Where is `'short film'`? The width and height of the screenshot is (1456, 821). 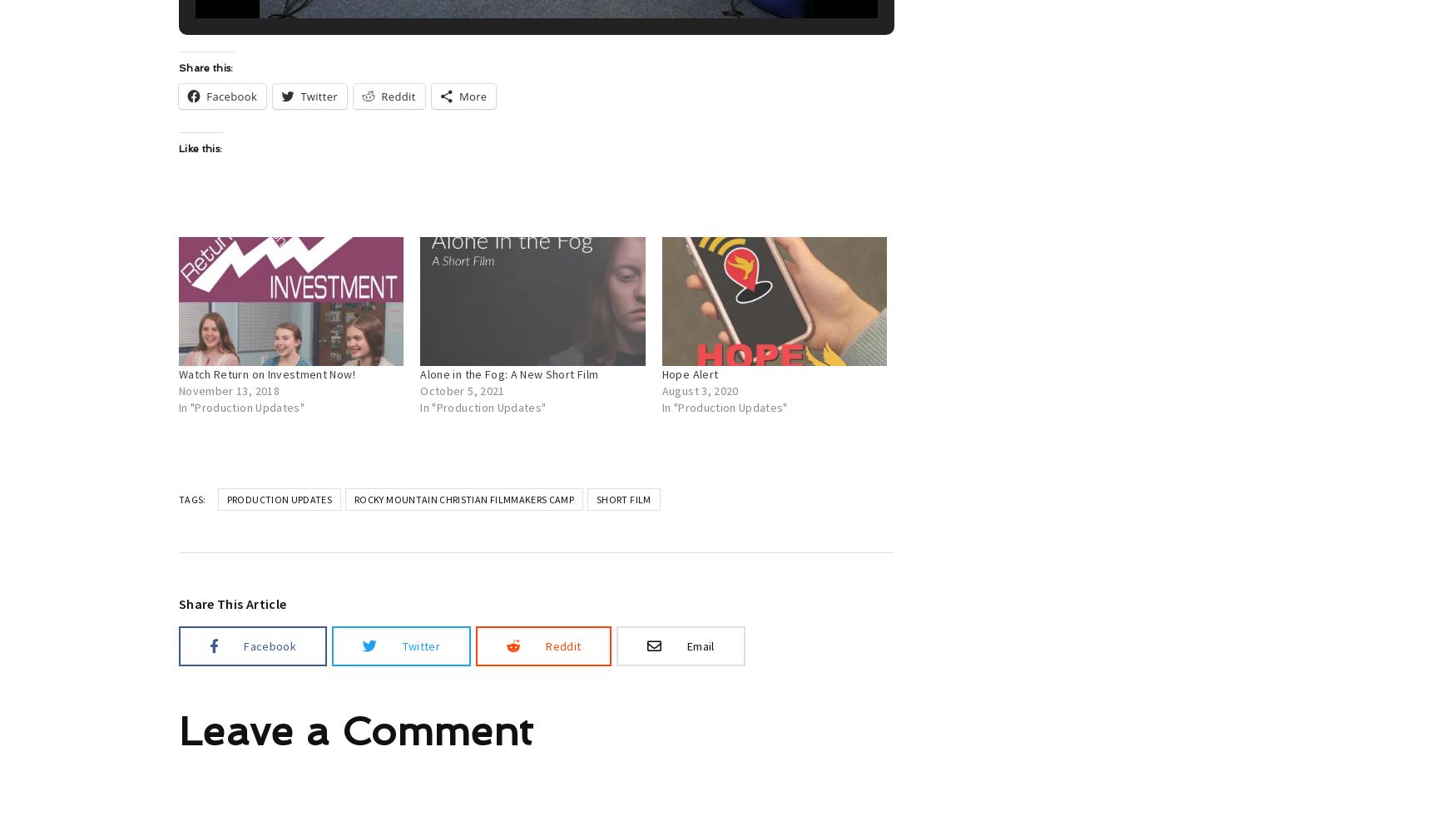 'short film' is located at coordinates (623, 497).